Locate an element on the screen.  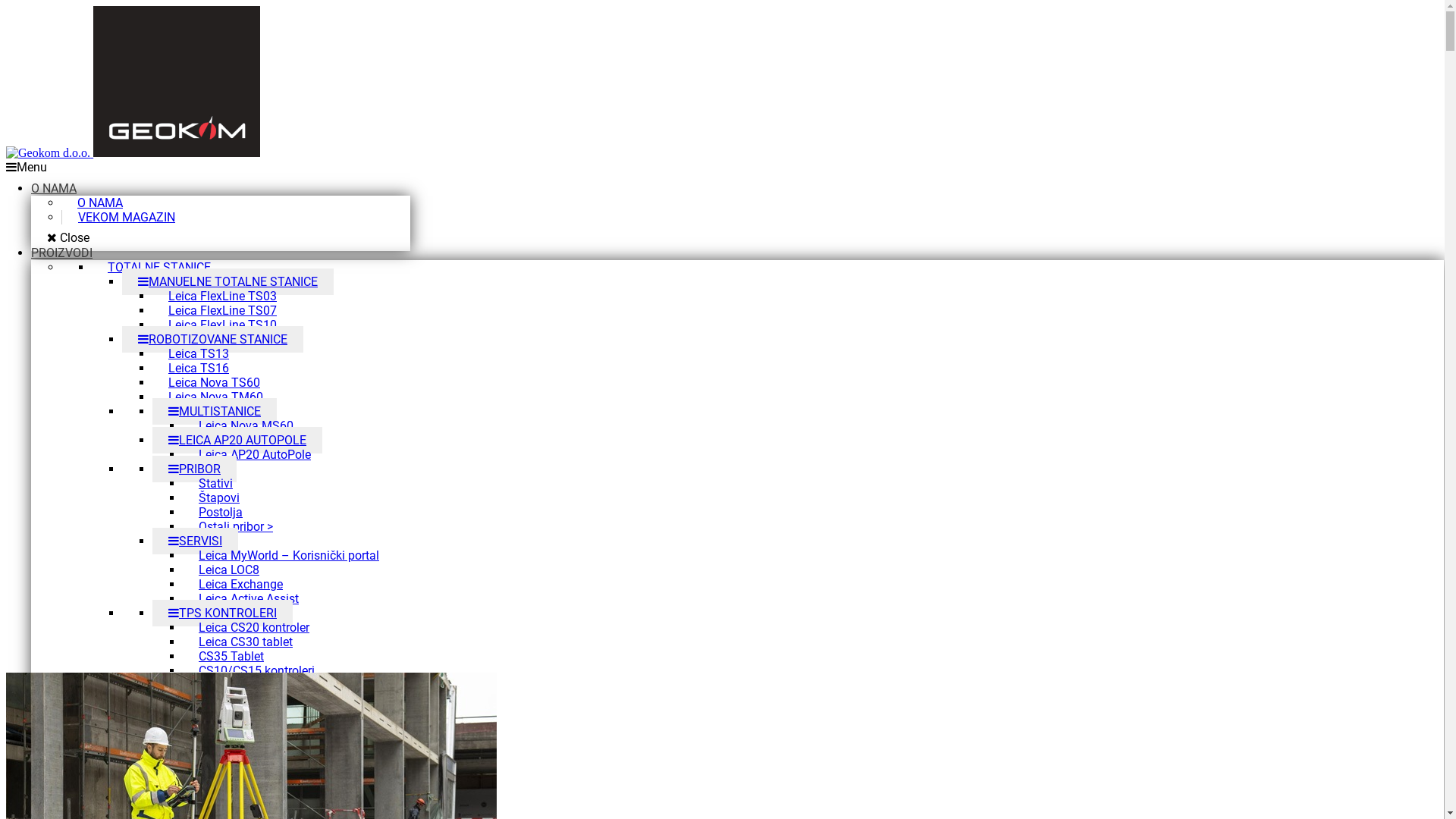
'CS35 Tablet' is located at coordinates (231, 655).